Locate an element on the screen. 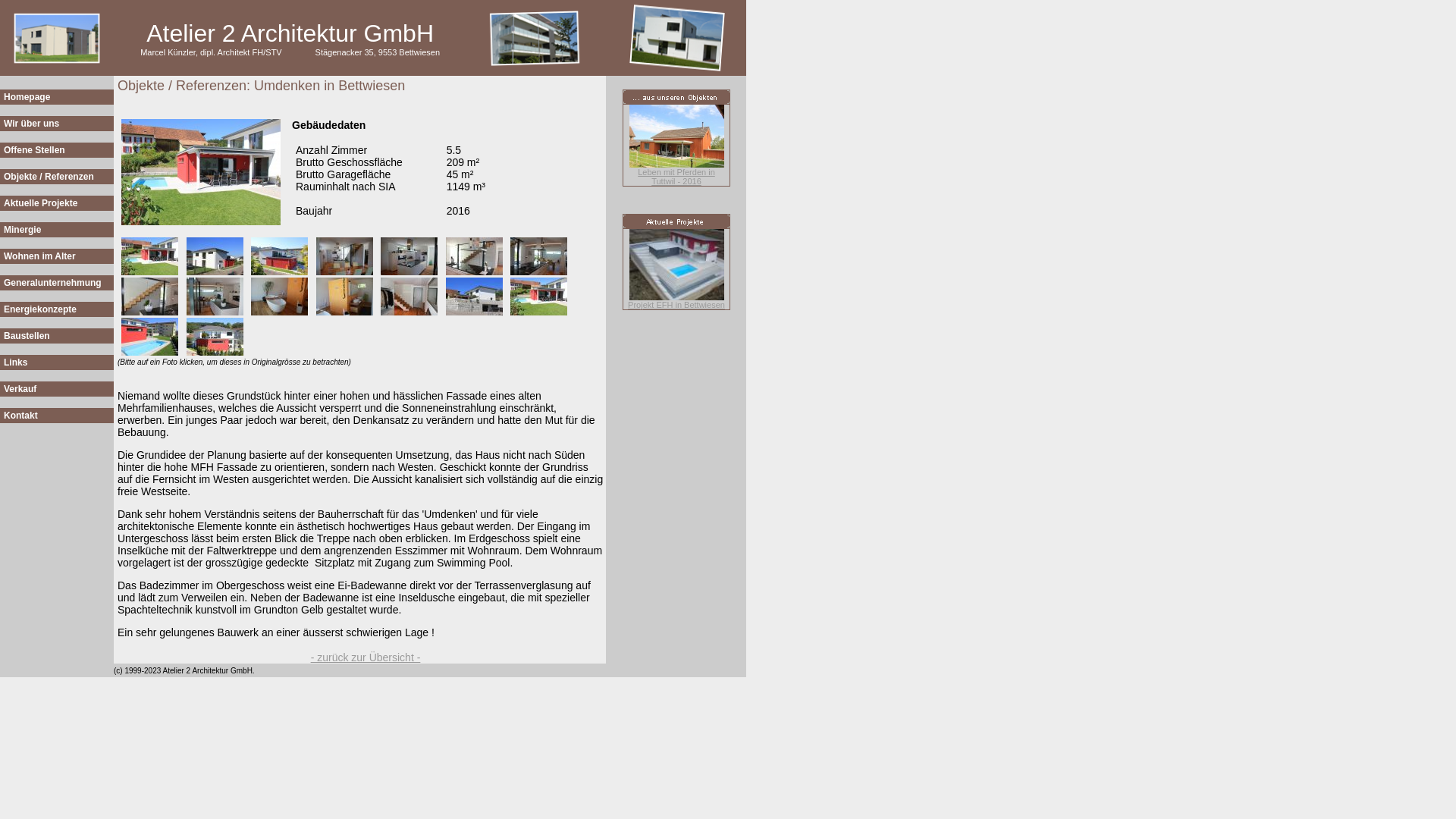 This screenshot has height=819, width=1456. 'Verkauf' is located at coordinates (3, 388).